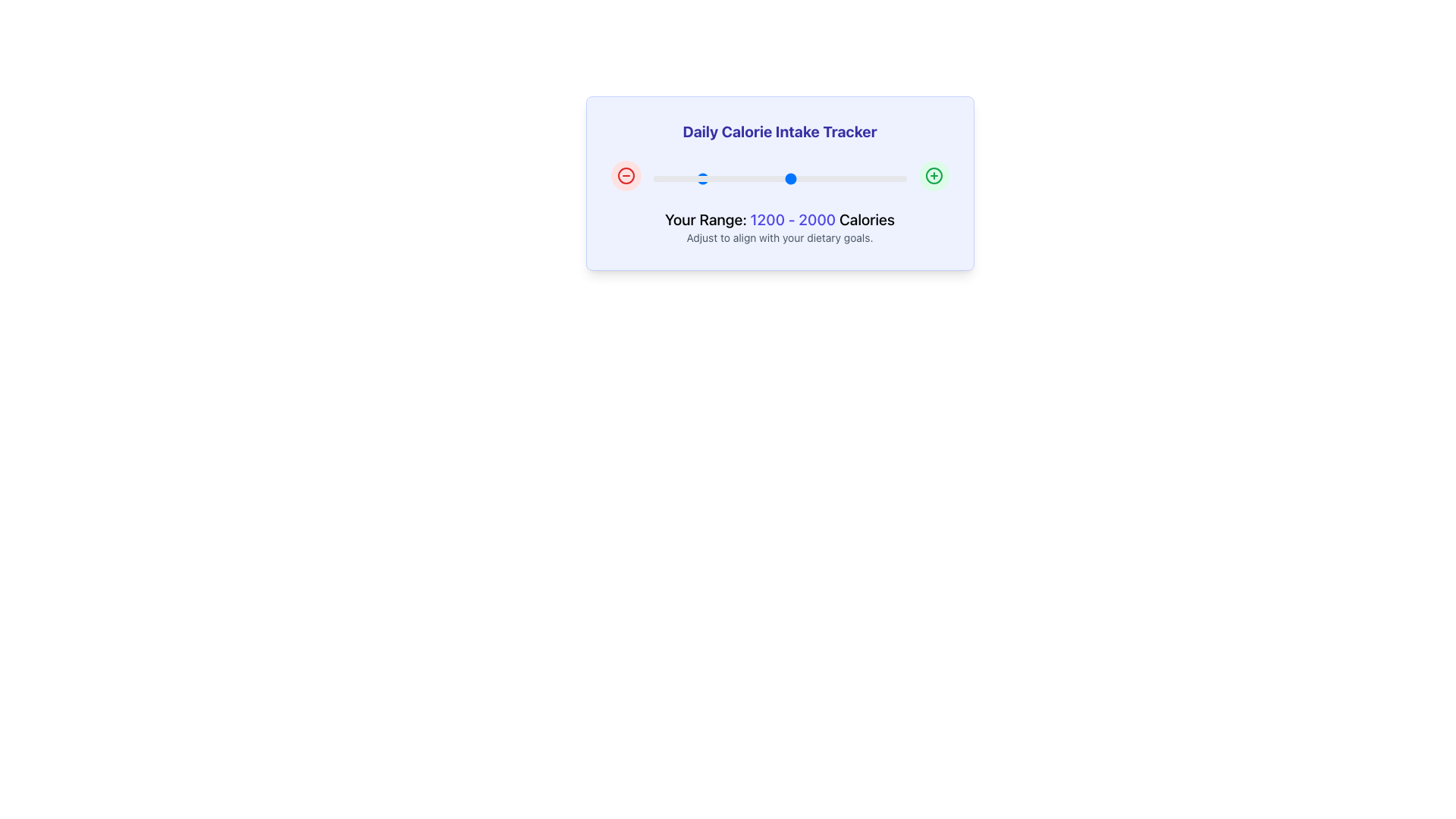  I want to click on the delete icon located inside the rounded button on the left side of the horizontal UI segment, so click(626, 174).